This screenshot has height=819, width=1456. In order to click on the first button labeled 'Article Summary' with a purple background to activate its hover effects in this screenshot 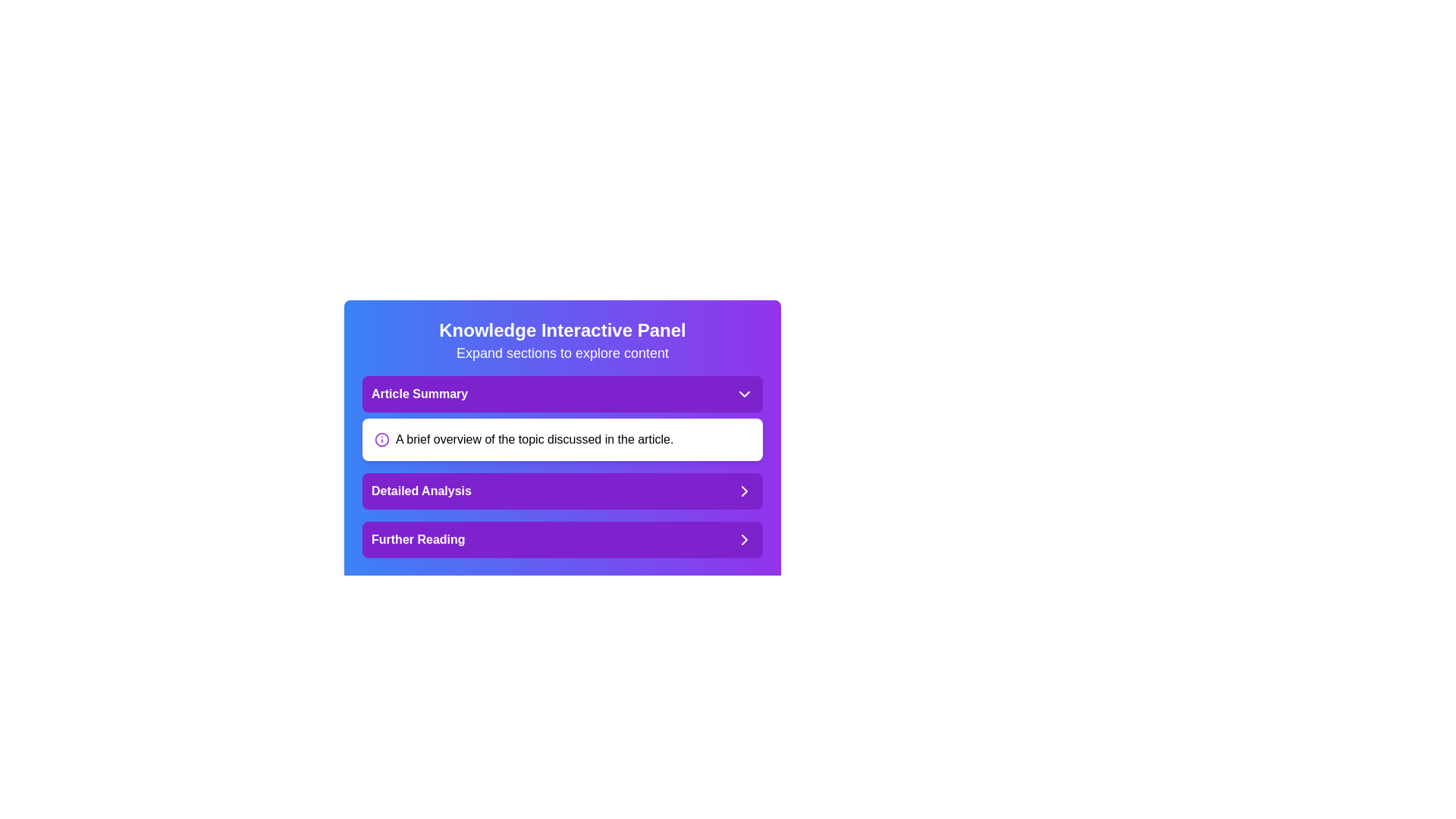, I will do `click(562, 394)`.